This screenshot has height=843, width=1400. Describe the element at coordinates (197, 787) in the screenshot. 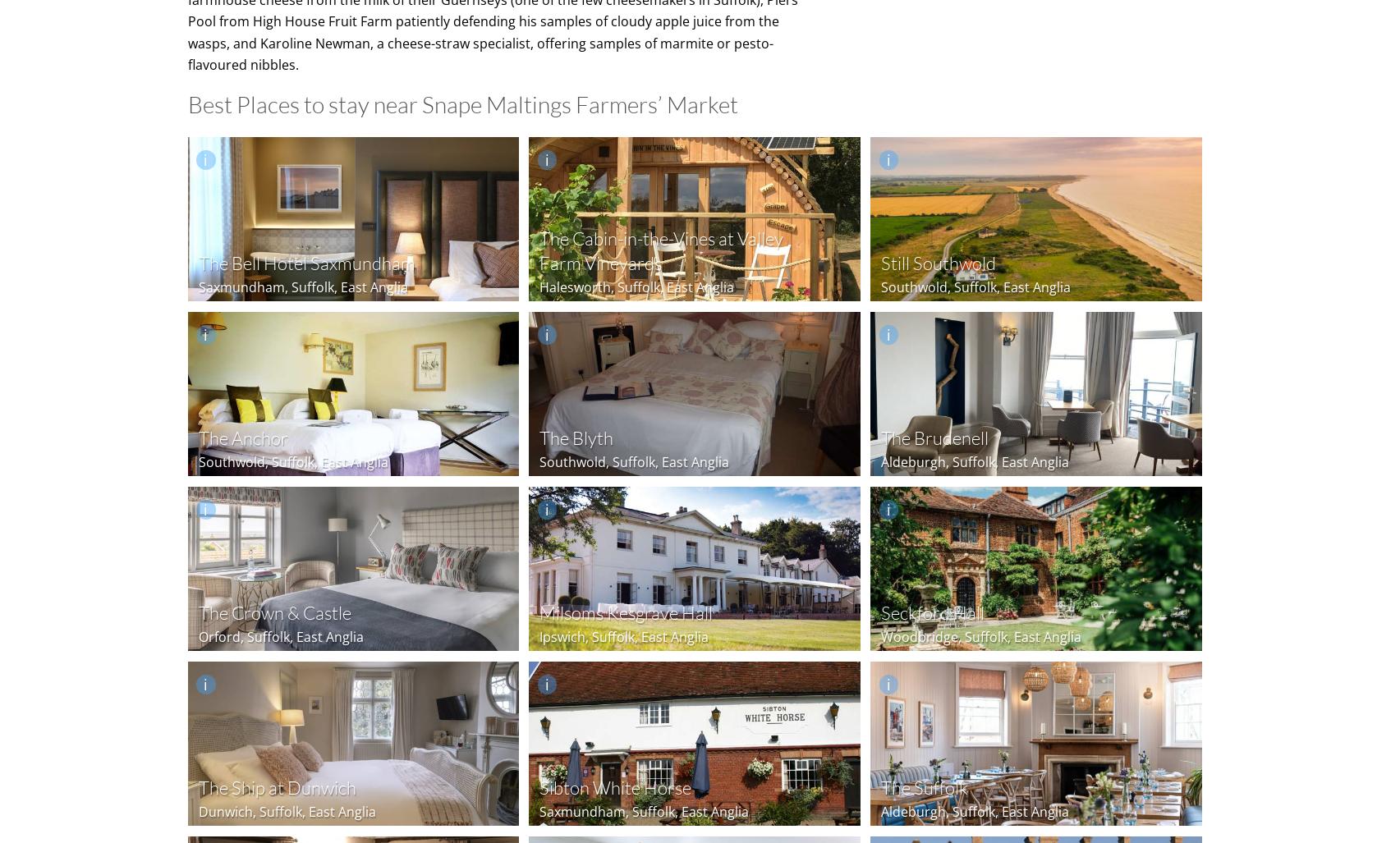

I see `'The Ship at Dunwich'` at that location.